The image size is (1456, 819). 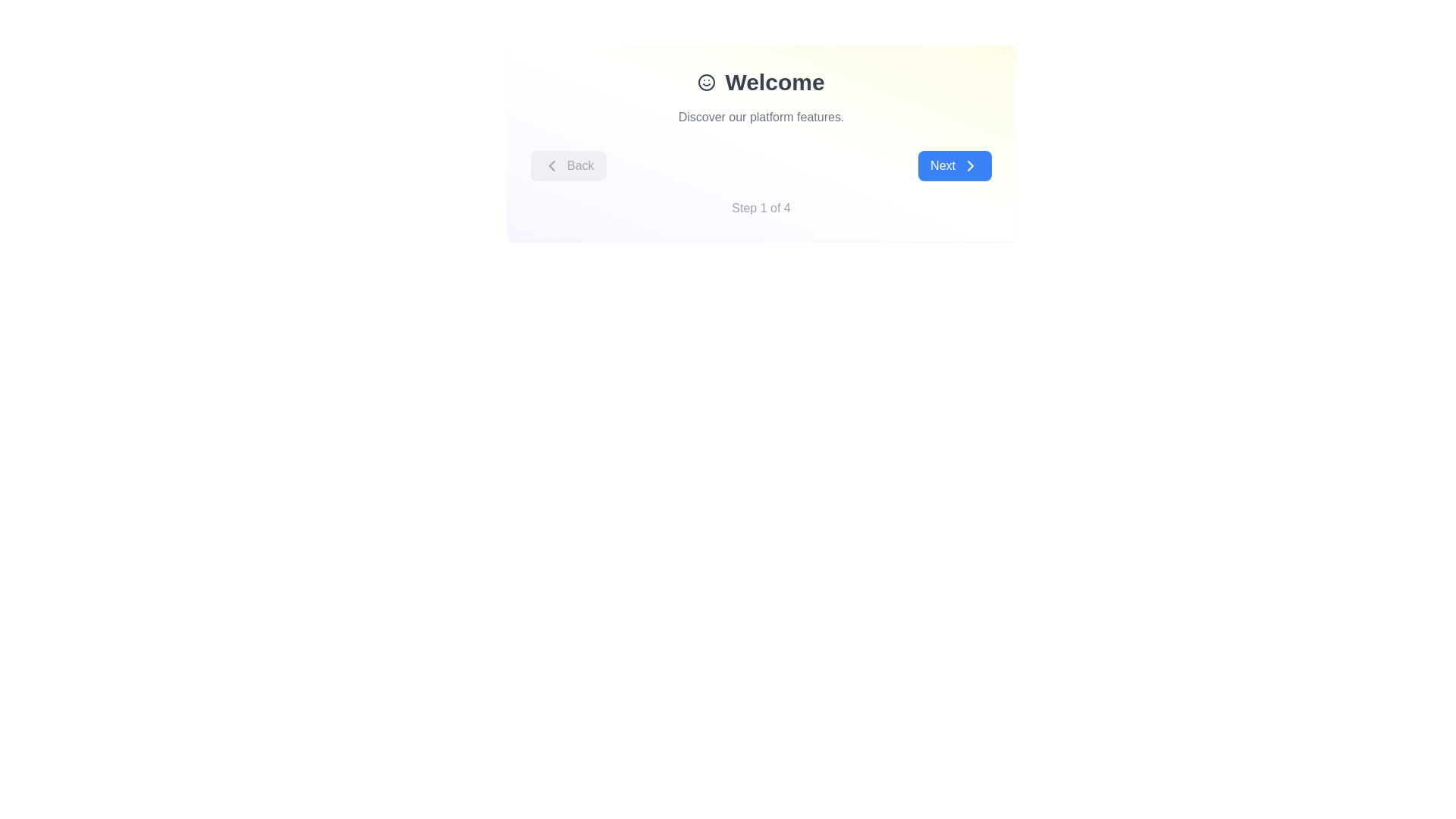 What do you see at coordinates (551, 166) in the screenshot?
I see `the left-pointing chevron arrow inside the 'Back' button` at bounding box center [551, 166].